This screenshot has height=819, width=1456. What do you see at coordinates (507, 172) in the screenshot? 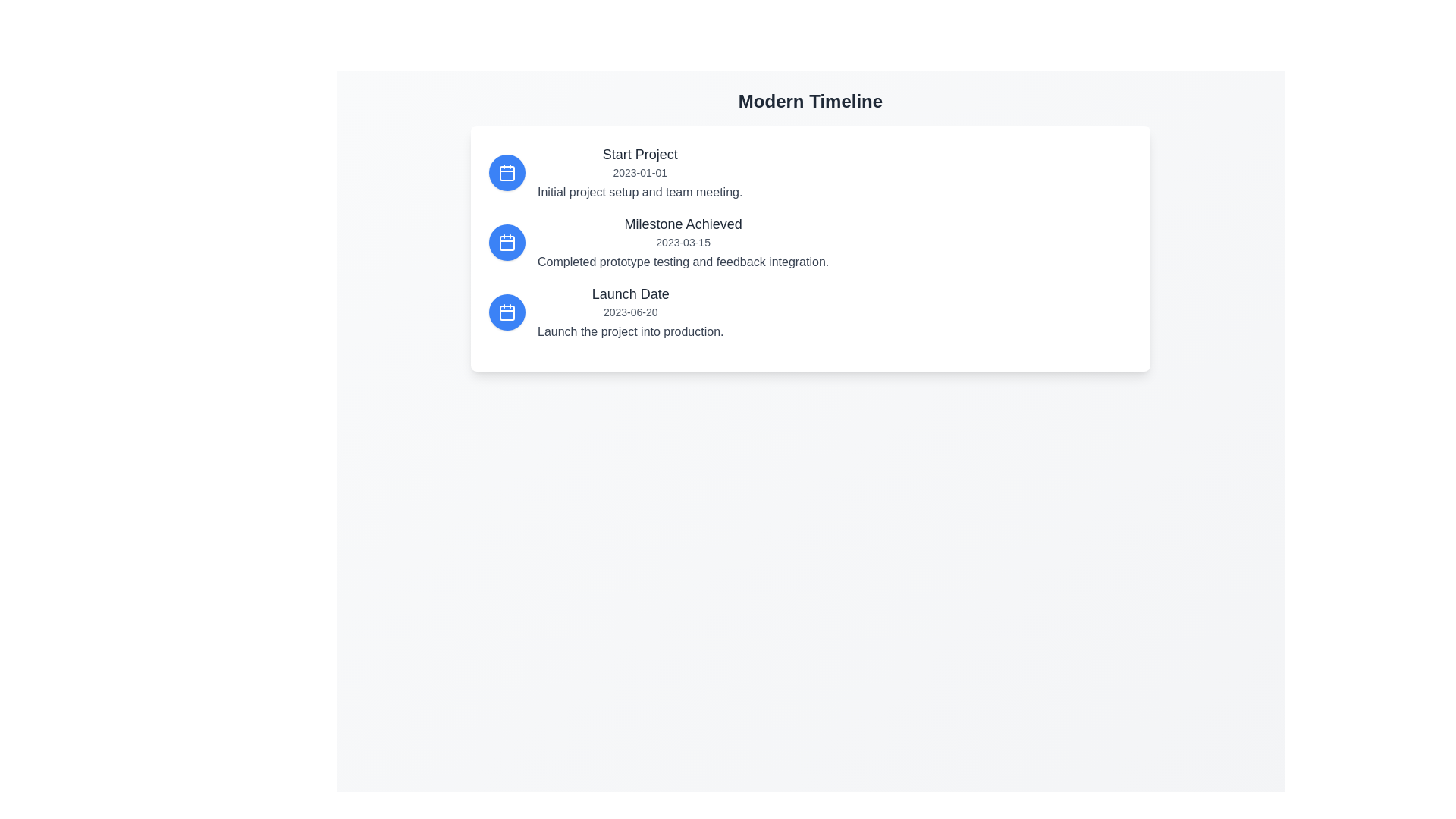
I see `the inner rectangular SVG component of the calendar icon, which represents the first event in the timeline, located adjacent to the 'Start Project' label` at bounding box center [507, 172].